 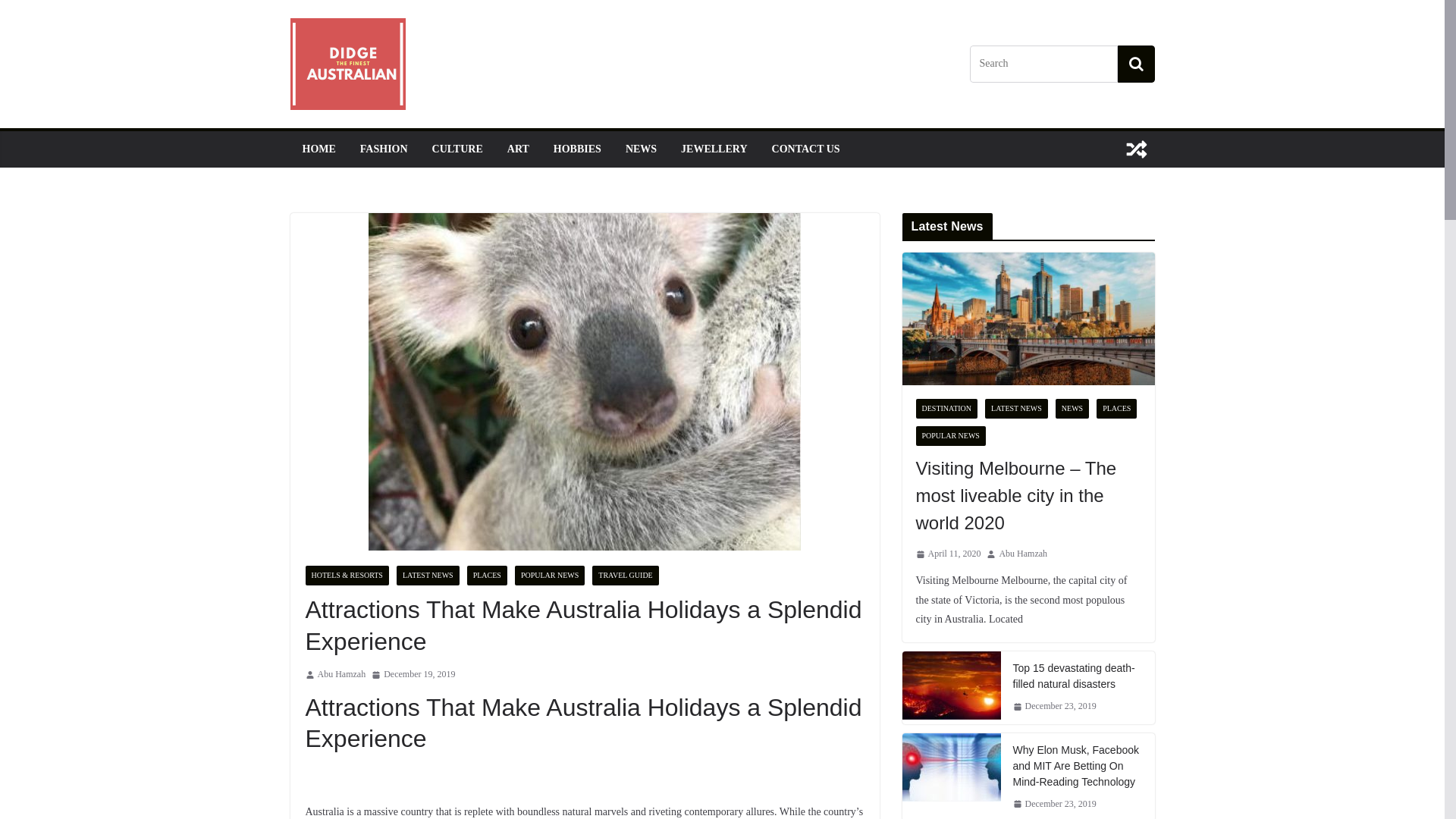 I want to click on 'December 19, 2019', so click(x=413, y=674).